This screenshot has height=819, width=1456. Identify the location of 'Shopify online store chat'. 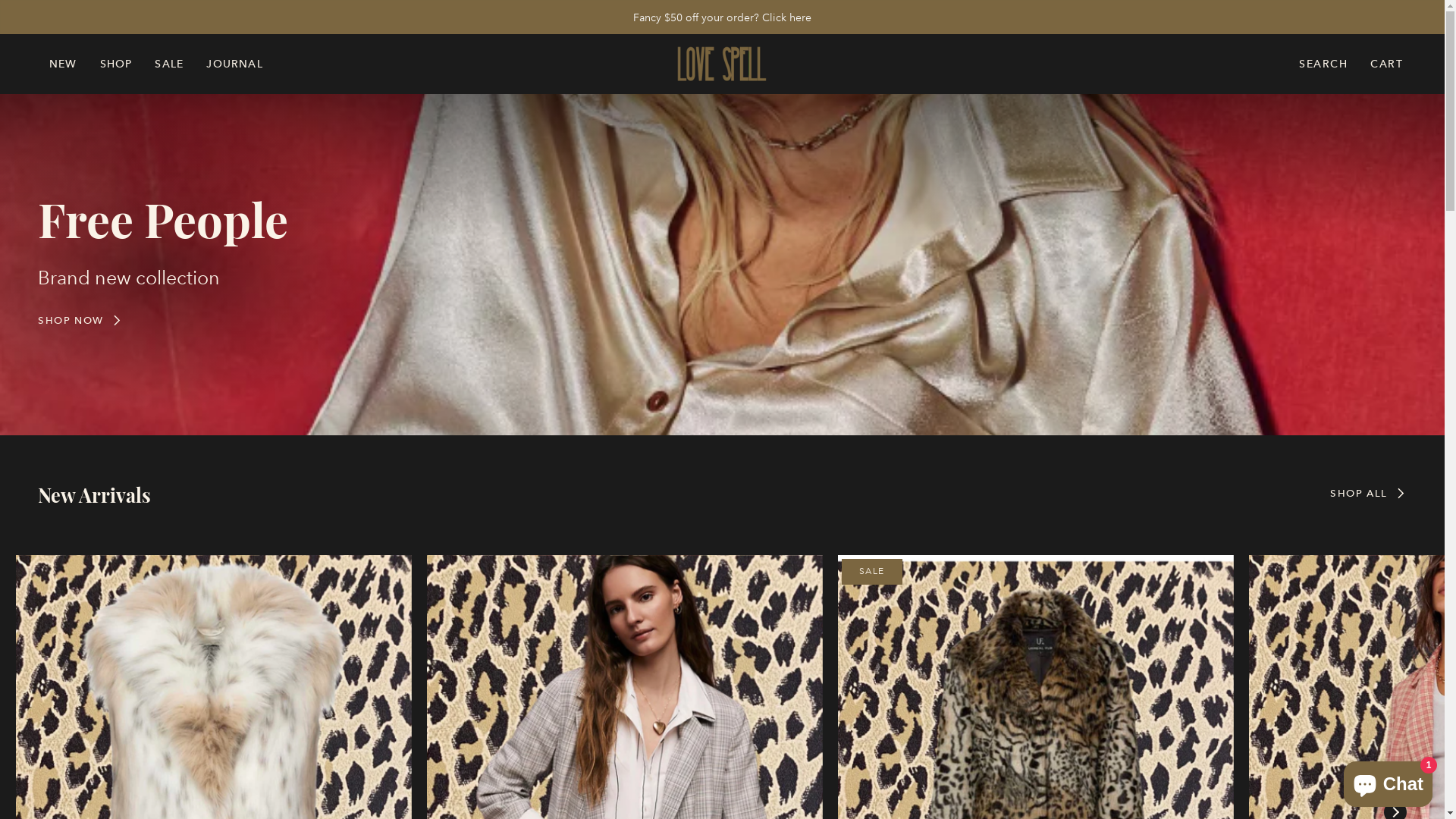
(1388, 780).